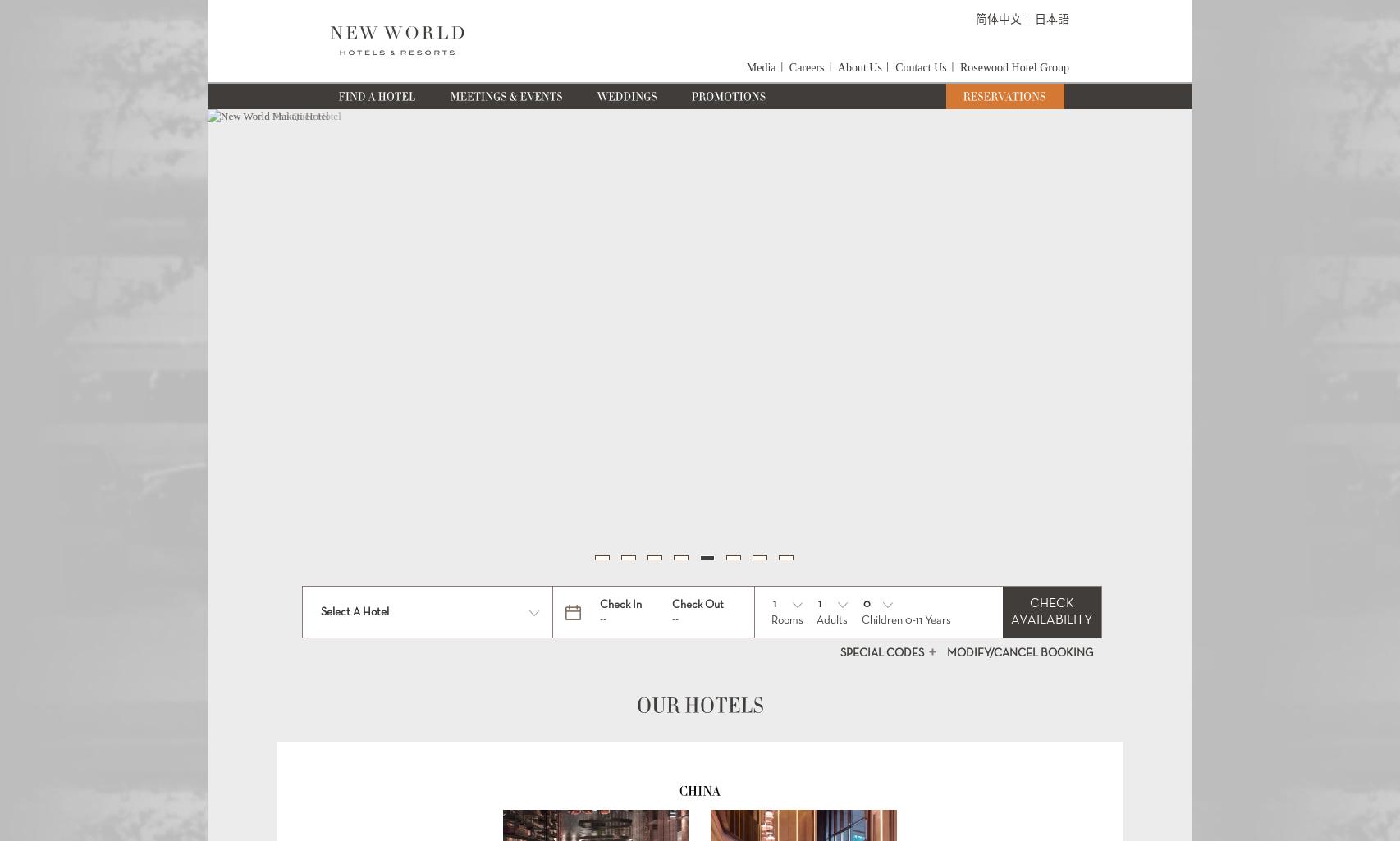  What do you see at coordinates (788, 66) in the screenshot?
I see `'Careers'` at bounding box center [788, 66].